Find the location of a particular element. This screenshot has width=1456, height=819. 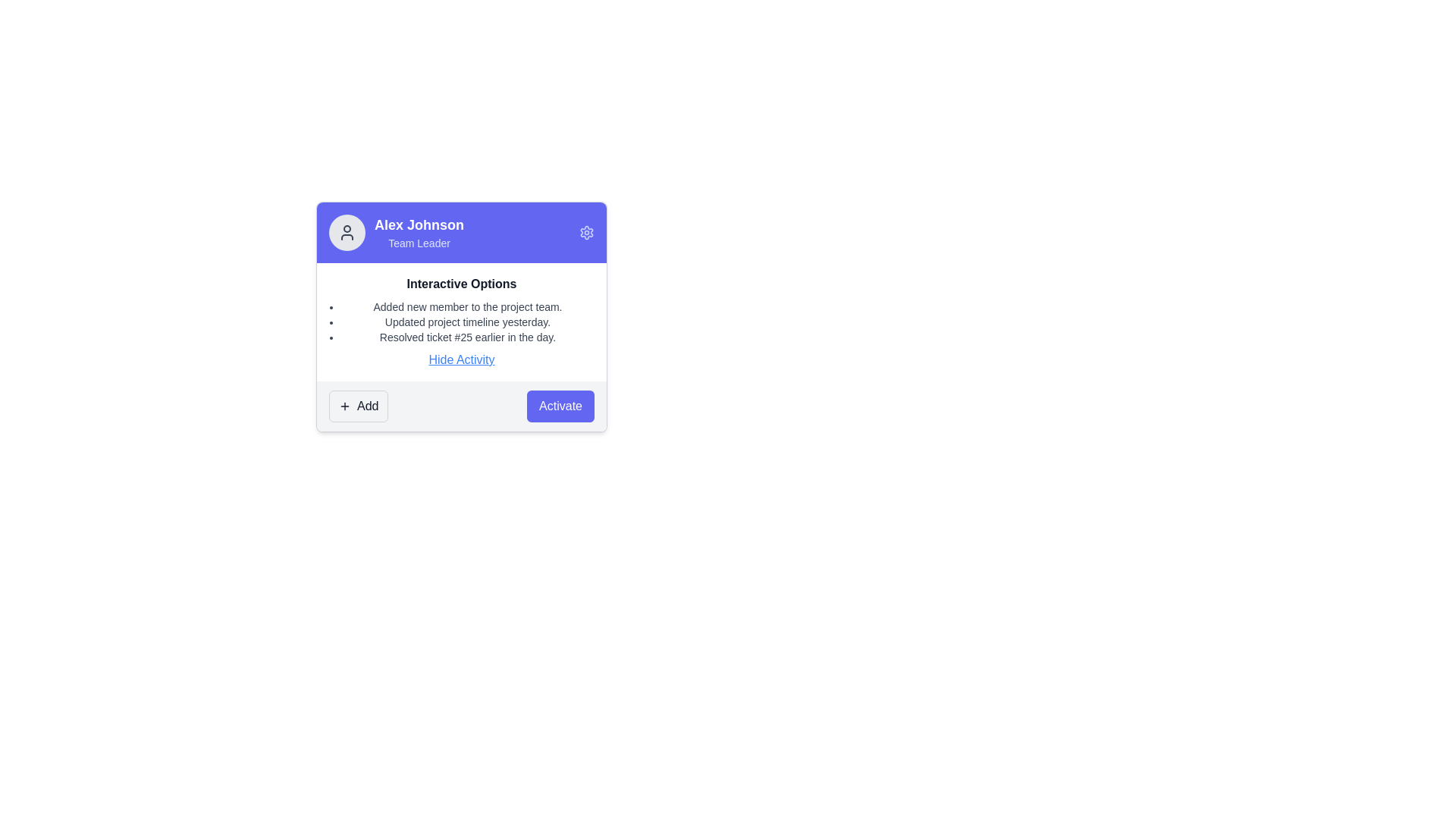

the settings button located at the top-right corner of the card, to the right of the text 'Alex Johnson Team Leader' is located at coordinates (585, 233).